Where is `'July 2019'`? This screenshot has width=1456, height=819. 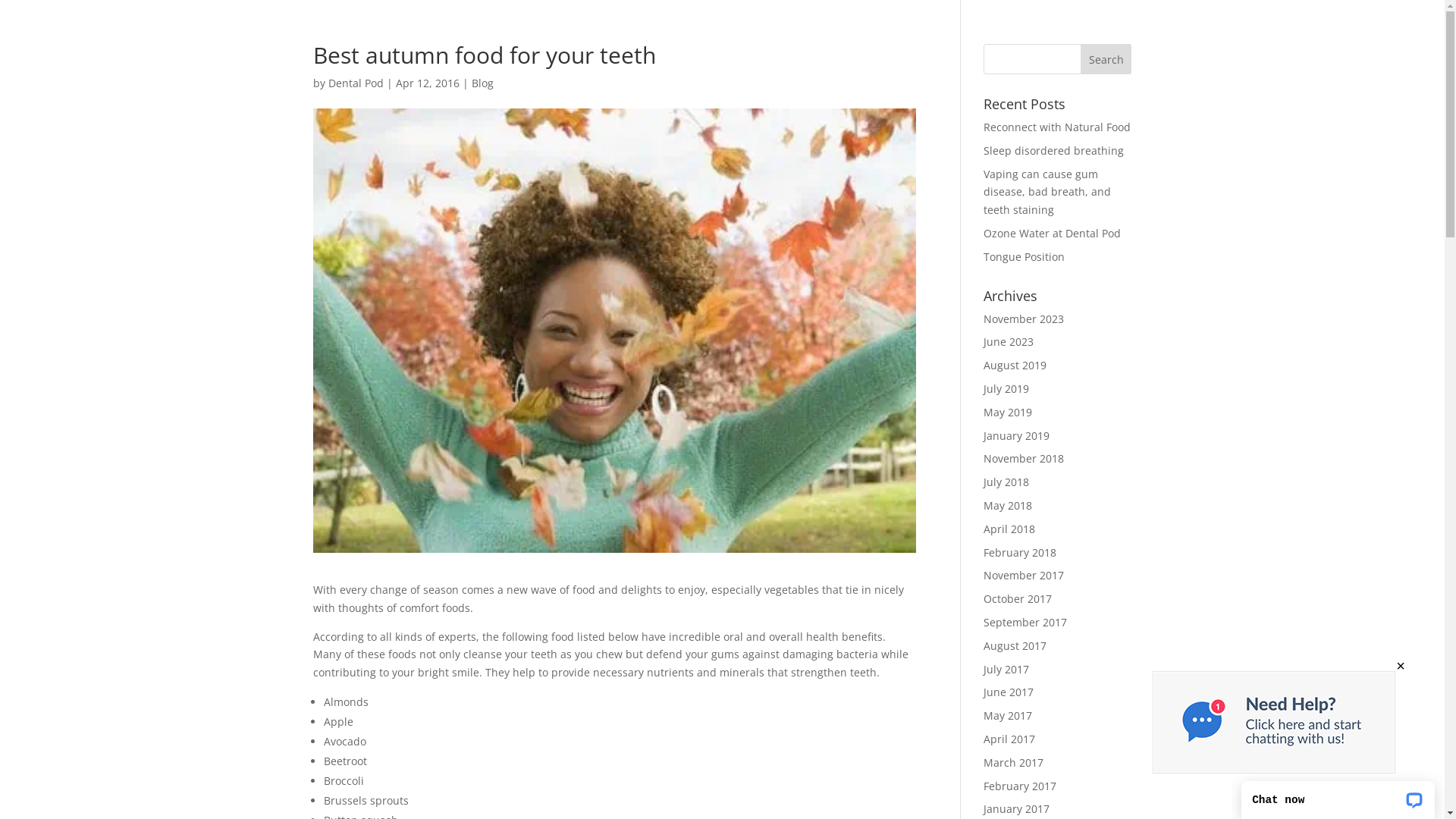 'July 2019' is located at coordinates (1006, 388).